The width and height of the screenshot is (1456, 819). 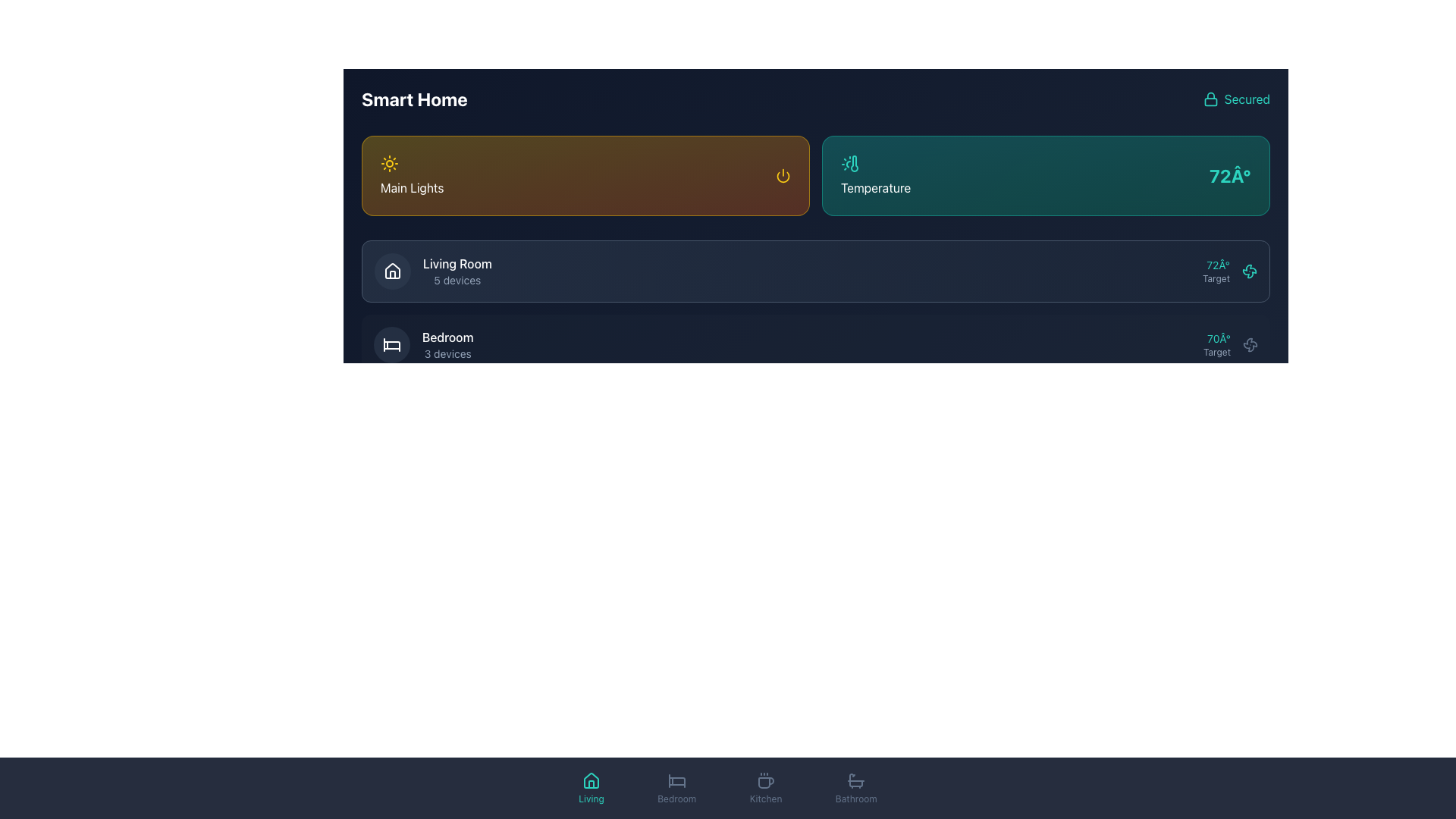 I want to click on the smart home lights control card located in the left slot of the two-column grid, so click(x=585, y=174).